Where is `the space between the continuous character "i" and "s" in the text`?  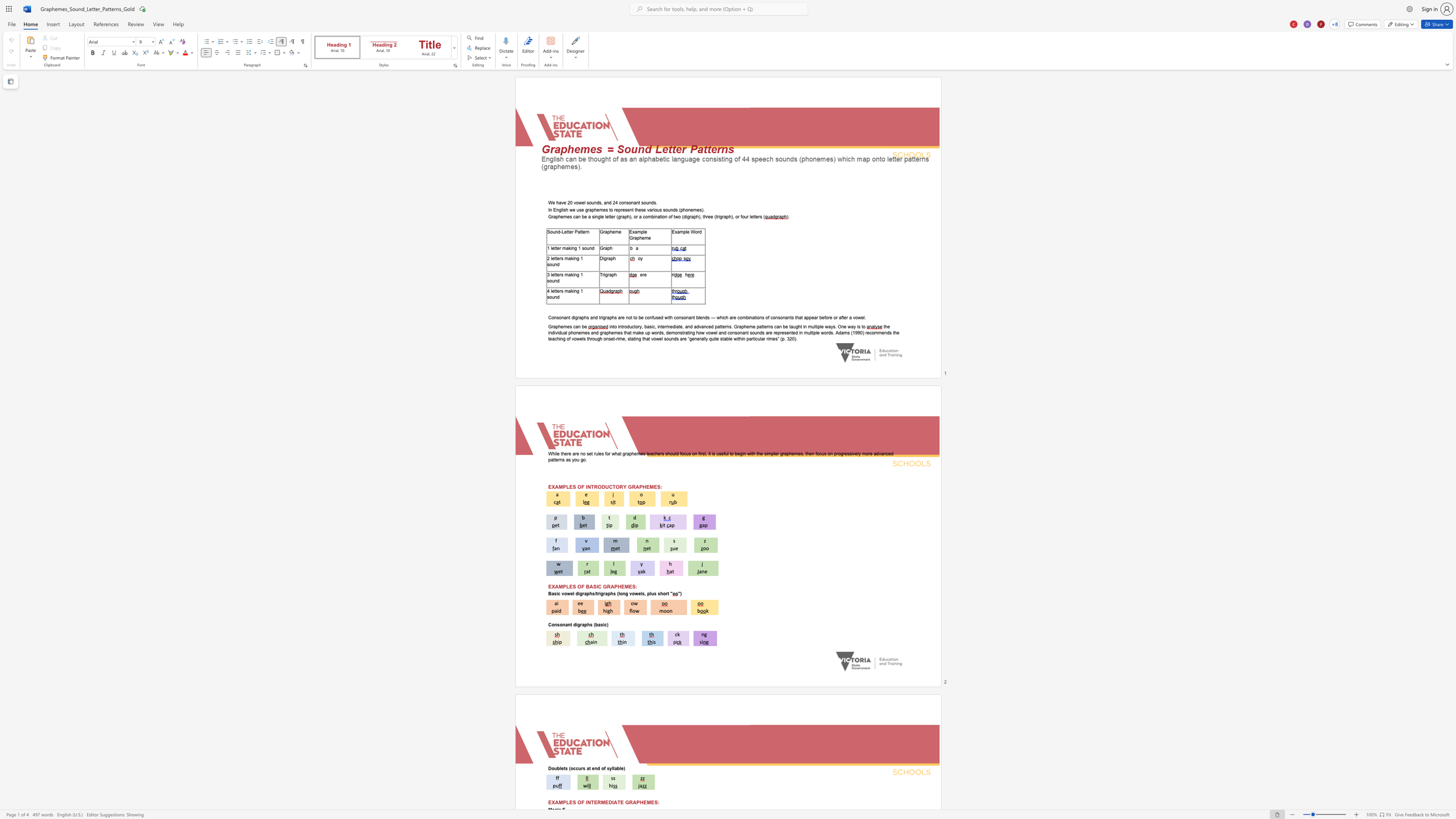
the space between the continuous character "i" and "s" in the text is located at coordinates (563, 209).